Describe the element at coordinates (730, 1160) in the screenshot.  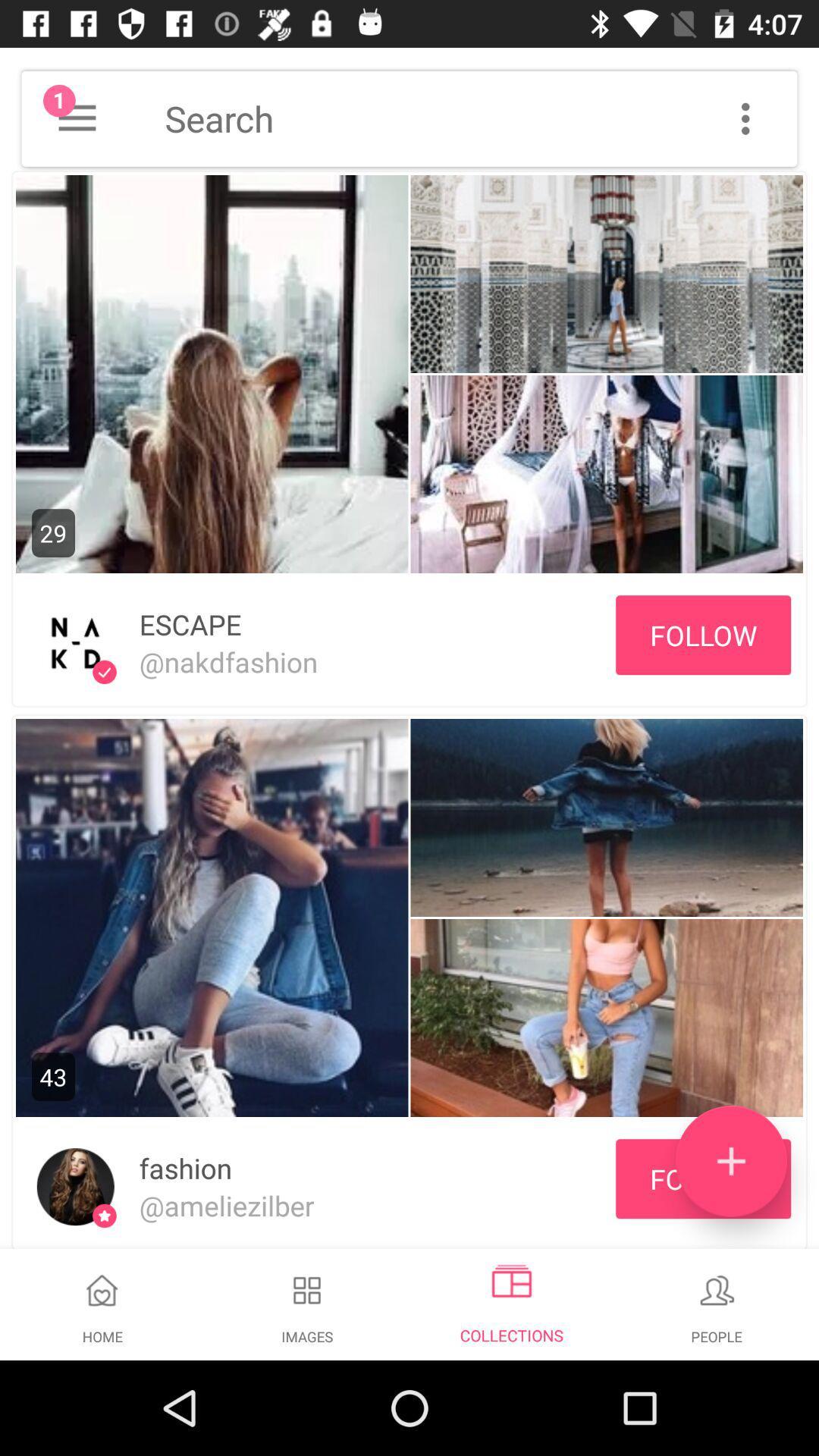
I see `the add icon` at that location.